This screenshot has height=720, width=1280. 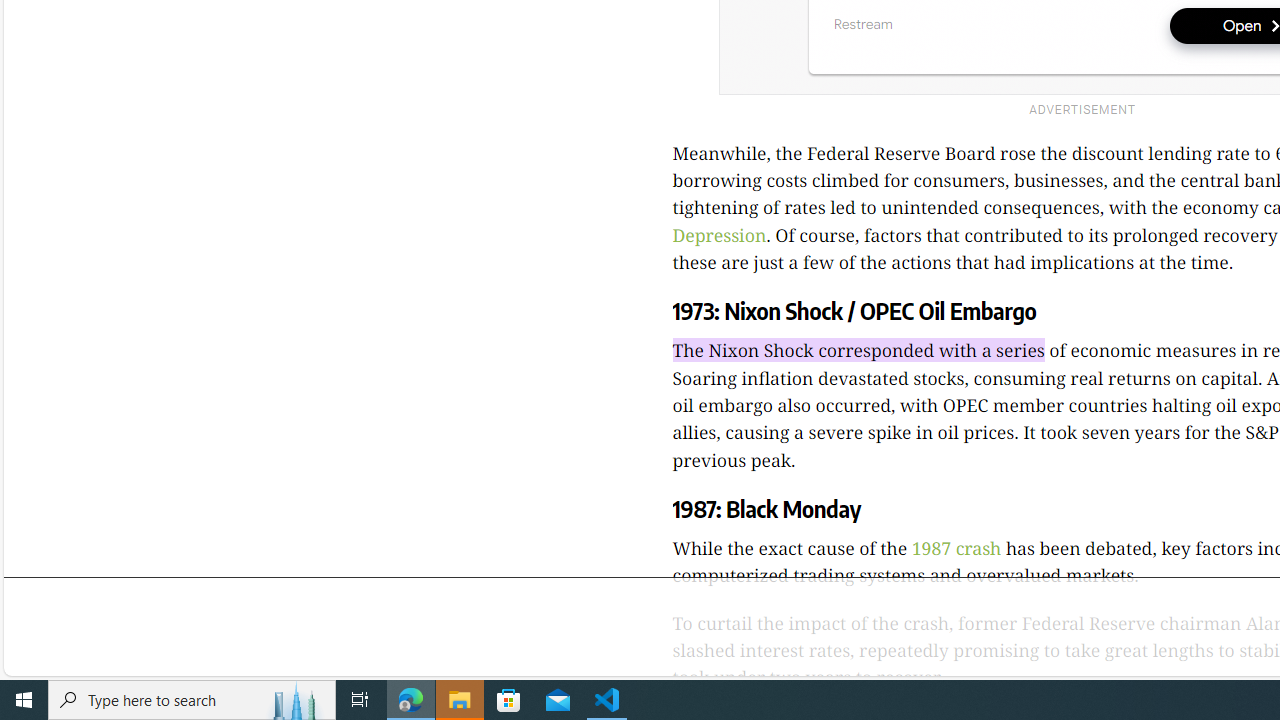 What do you see at coordinates (955, 548) in the screenshot?
I see `'1987 crash'` at bounding box center [955, 548].